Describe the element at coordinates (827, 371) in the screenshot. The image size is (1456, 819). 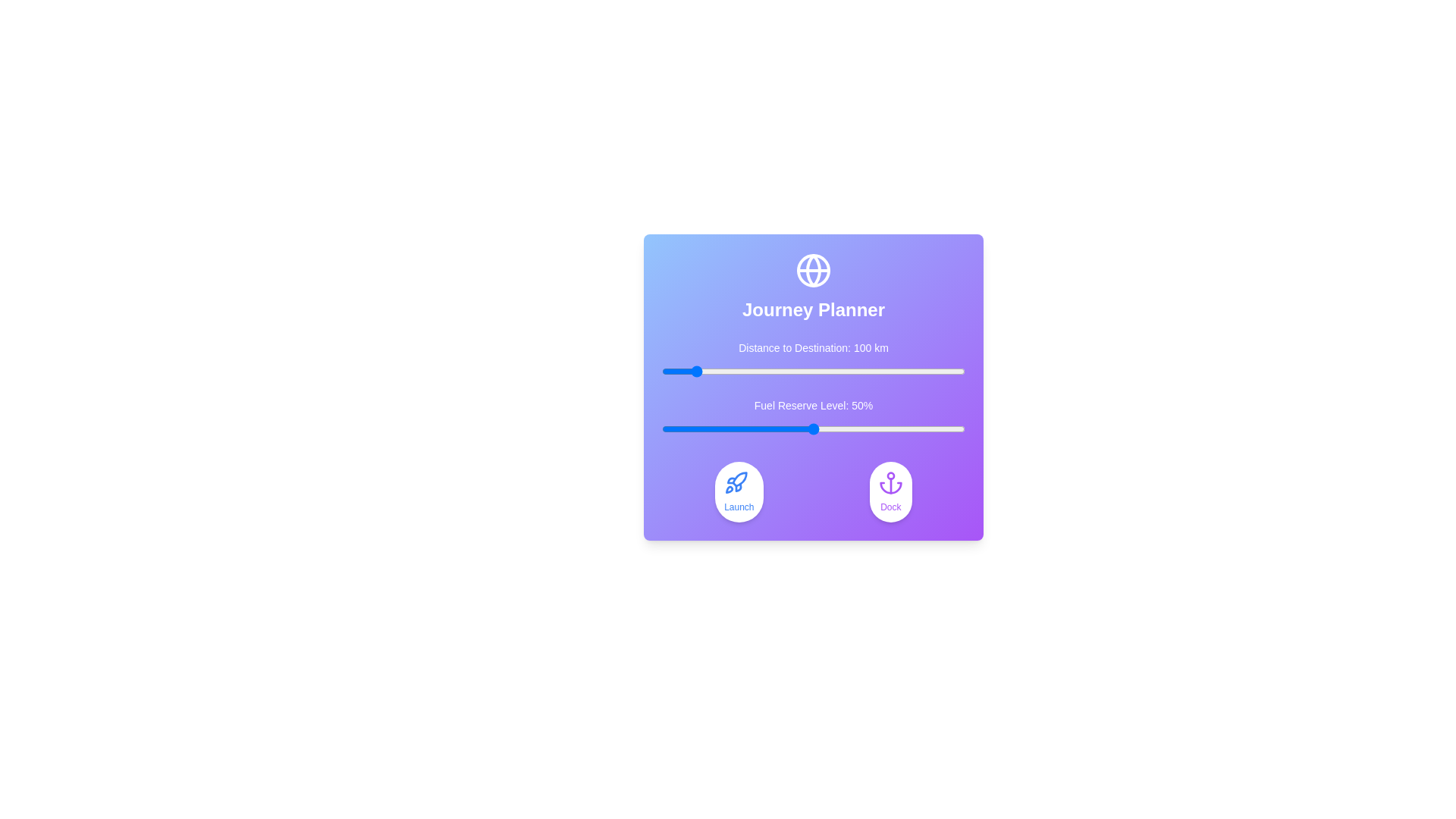
I see `the distance slider to 549 km` at that location.